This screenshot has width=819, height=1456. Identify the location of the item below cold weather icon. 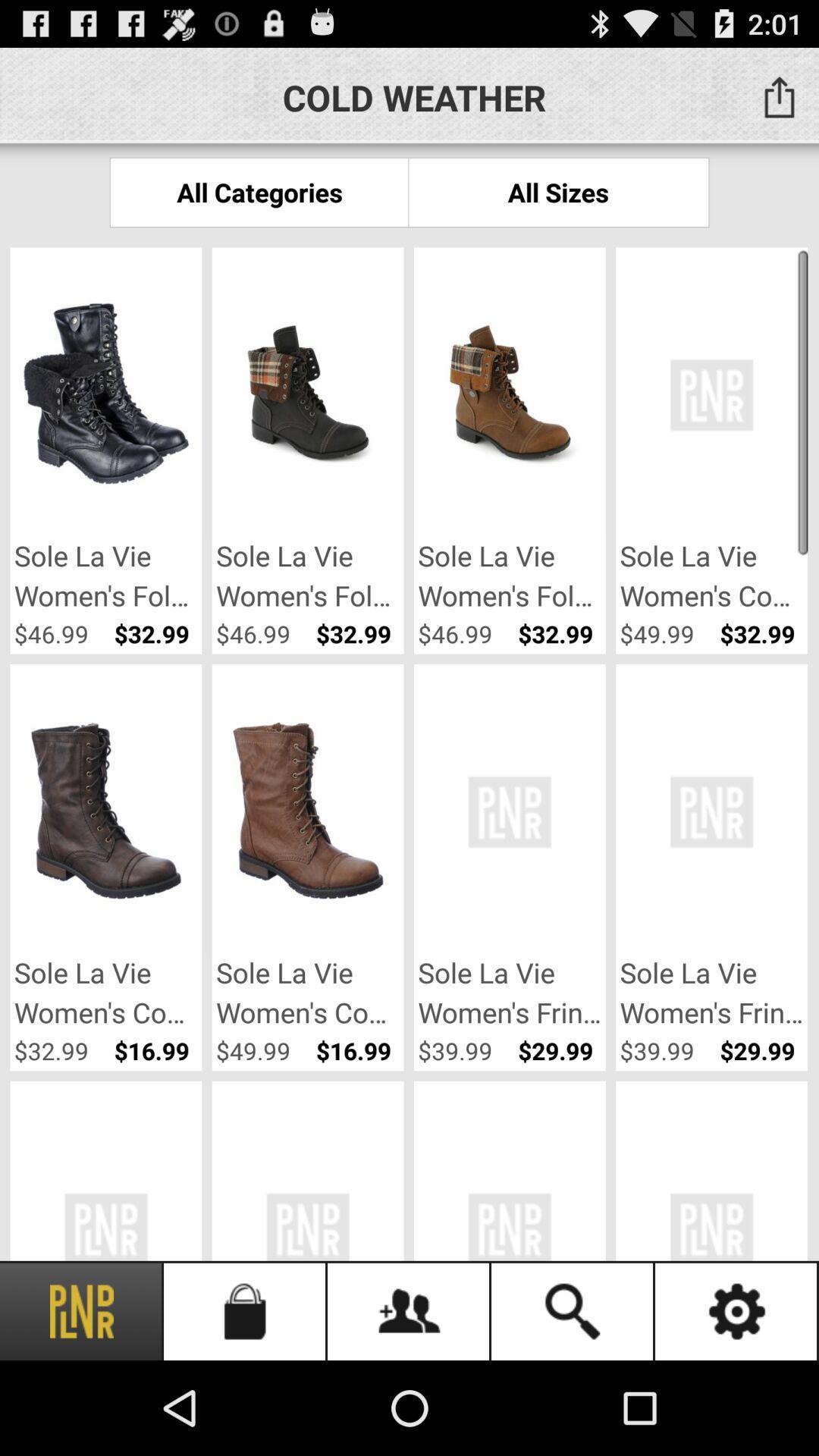
(259, 191).